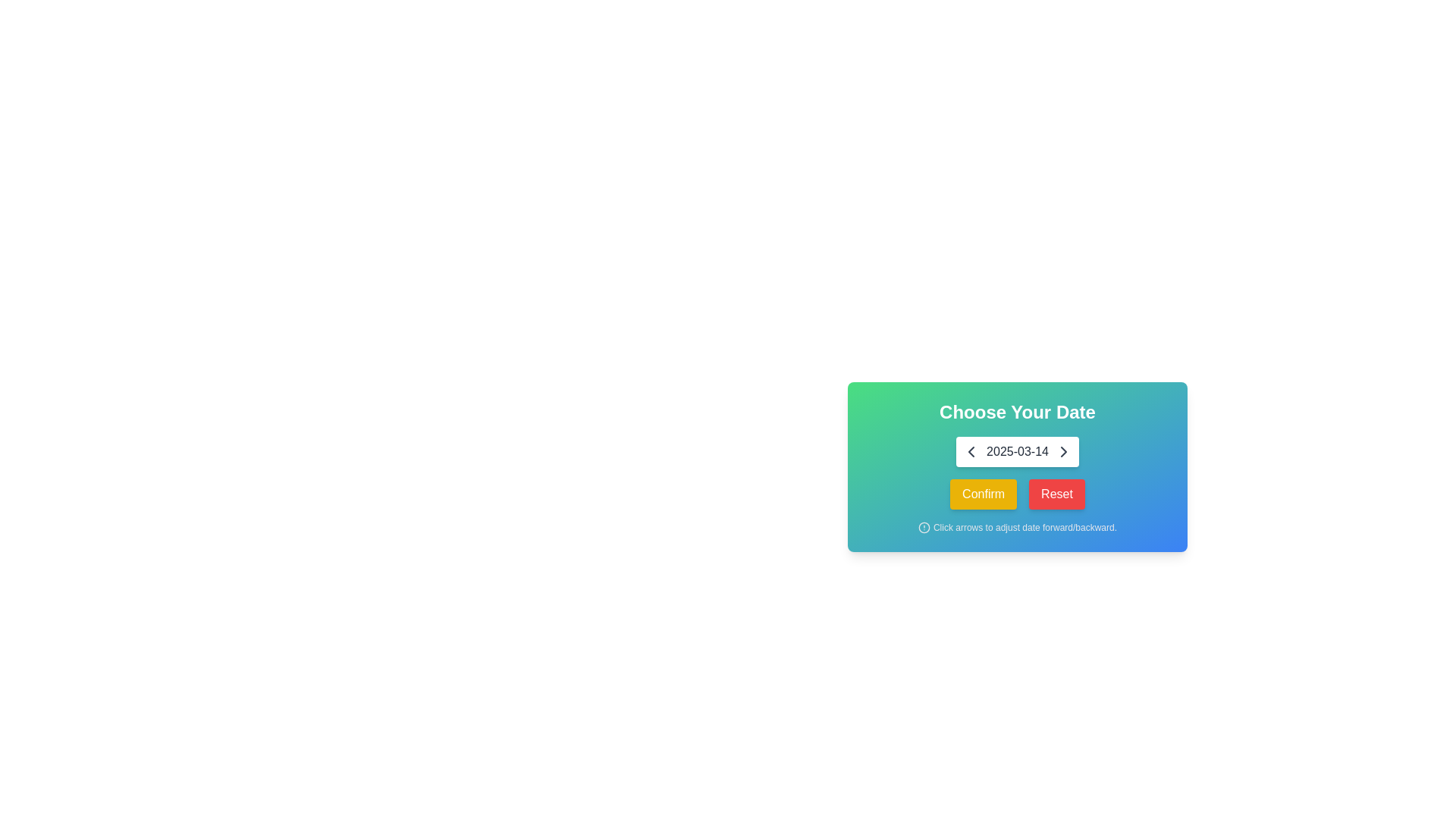 The width and height of the screenshot is (1456, 819). I want to click on the 'Reset' button on the Date Picker Interface to clear the selection, so click(1018, 466).